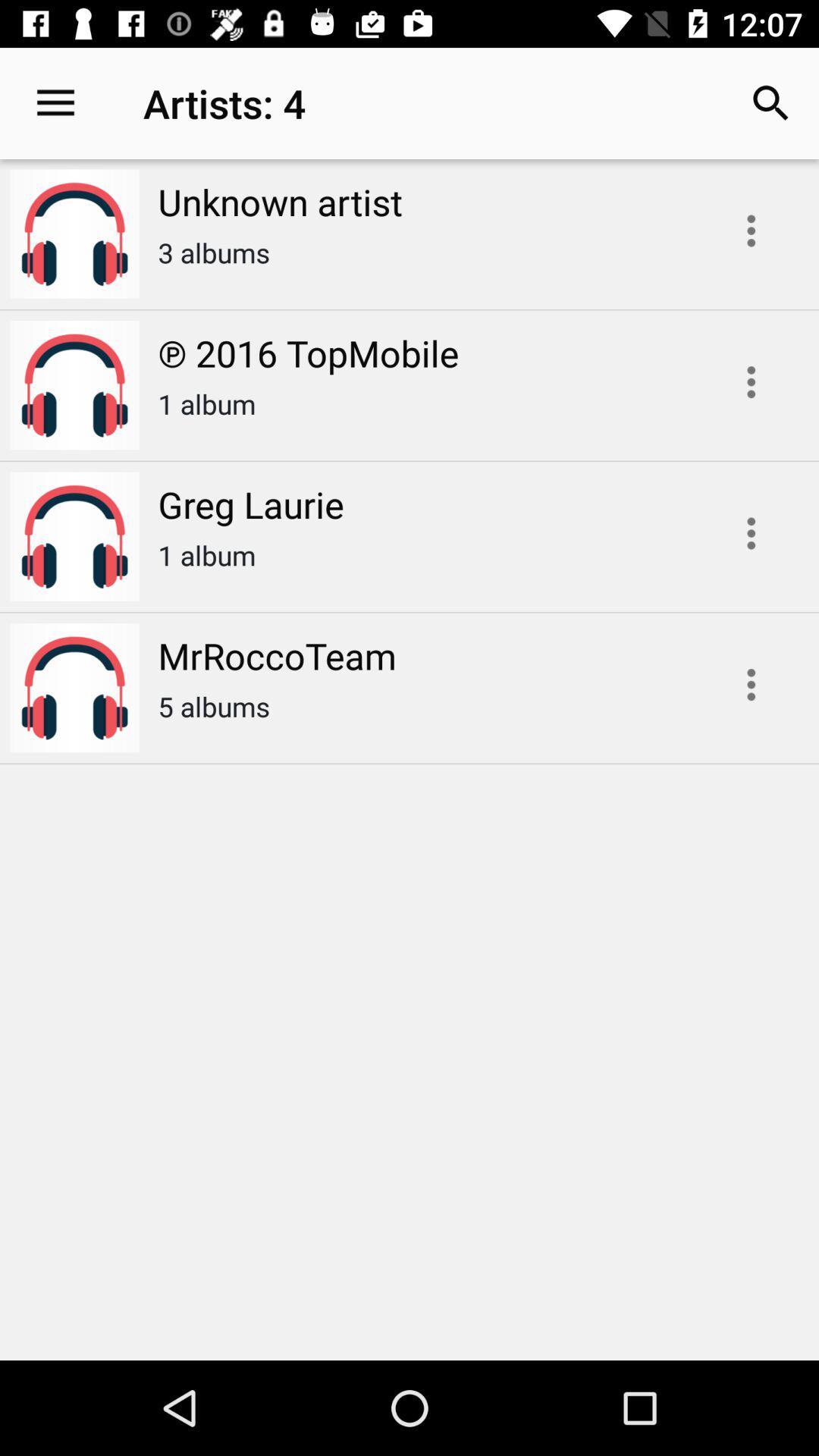 The height and width of the screenshot is (1456, 819). What do you see at coordinates (751, 533) in the screenshot?
I see `display options for artist entry` at bounding box center [751, 533].